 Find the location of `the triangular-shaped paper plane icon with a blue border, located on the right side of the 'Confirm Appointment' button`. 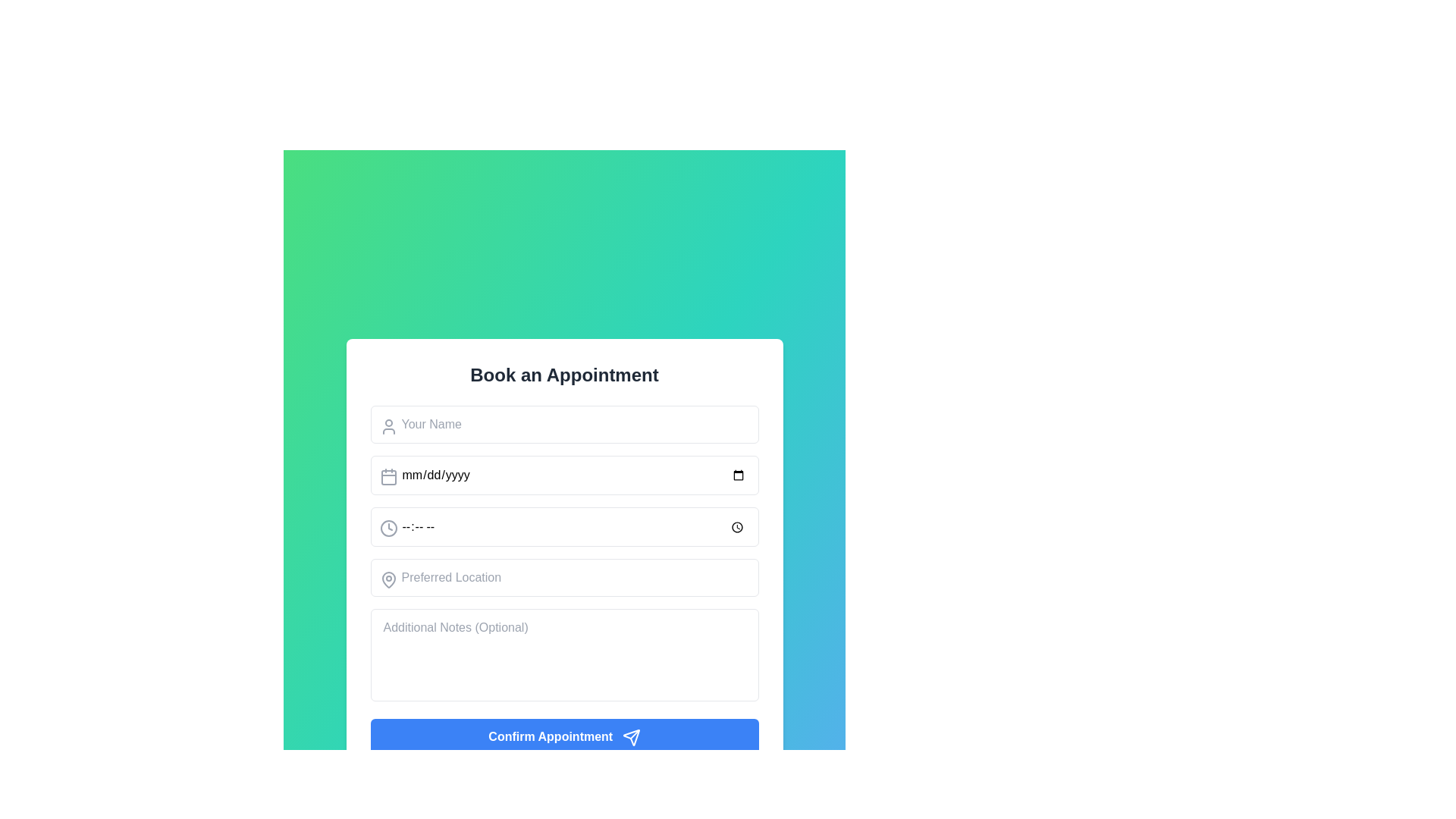

the triangular-shaped paper plane icon with a blue border, located on the right side of the 'Confirm Appointment' button is located at coordinates (631, 736).